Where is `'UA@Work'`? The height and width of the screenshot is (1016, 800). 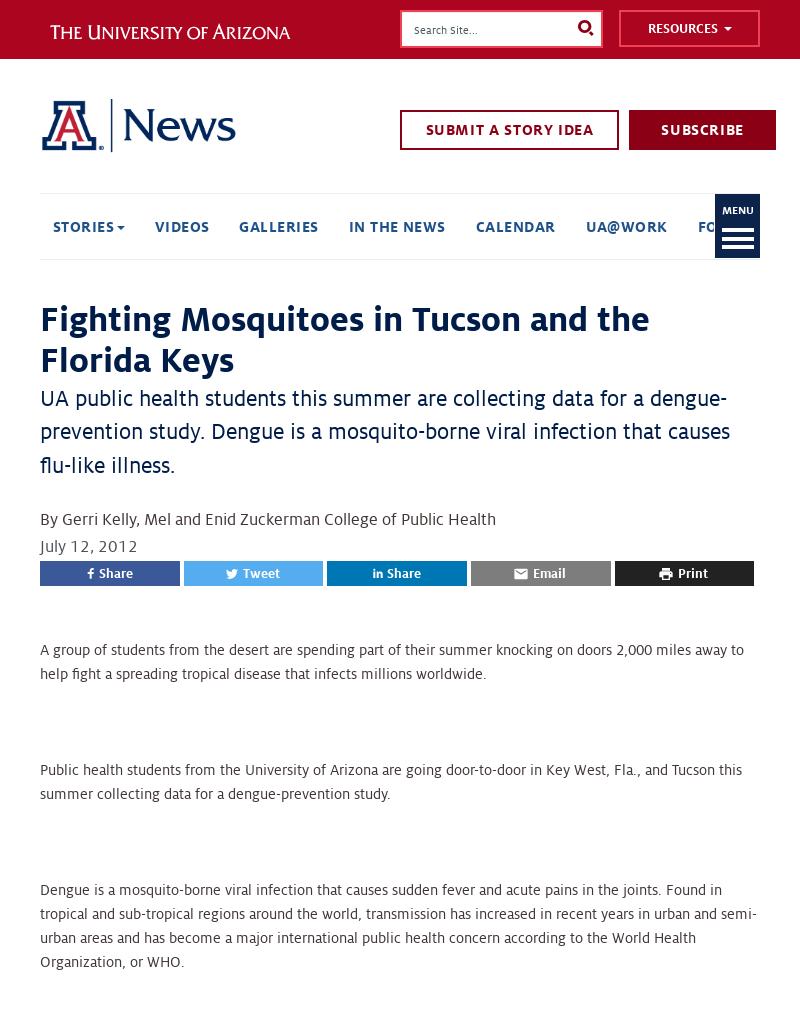
'UA@Work' is located at coordinates (626, 225).